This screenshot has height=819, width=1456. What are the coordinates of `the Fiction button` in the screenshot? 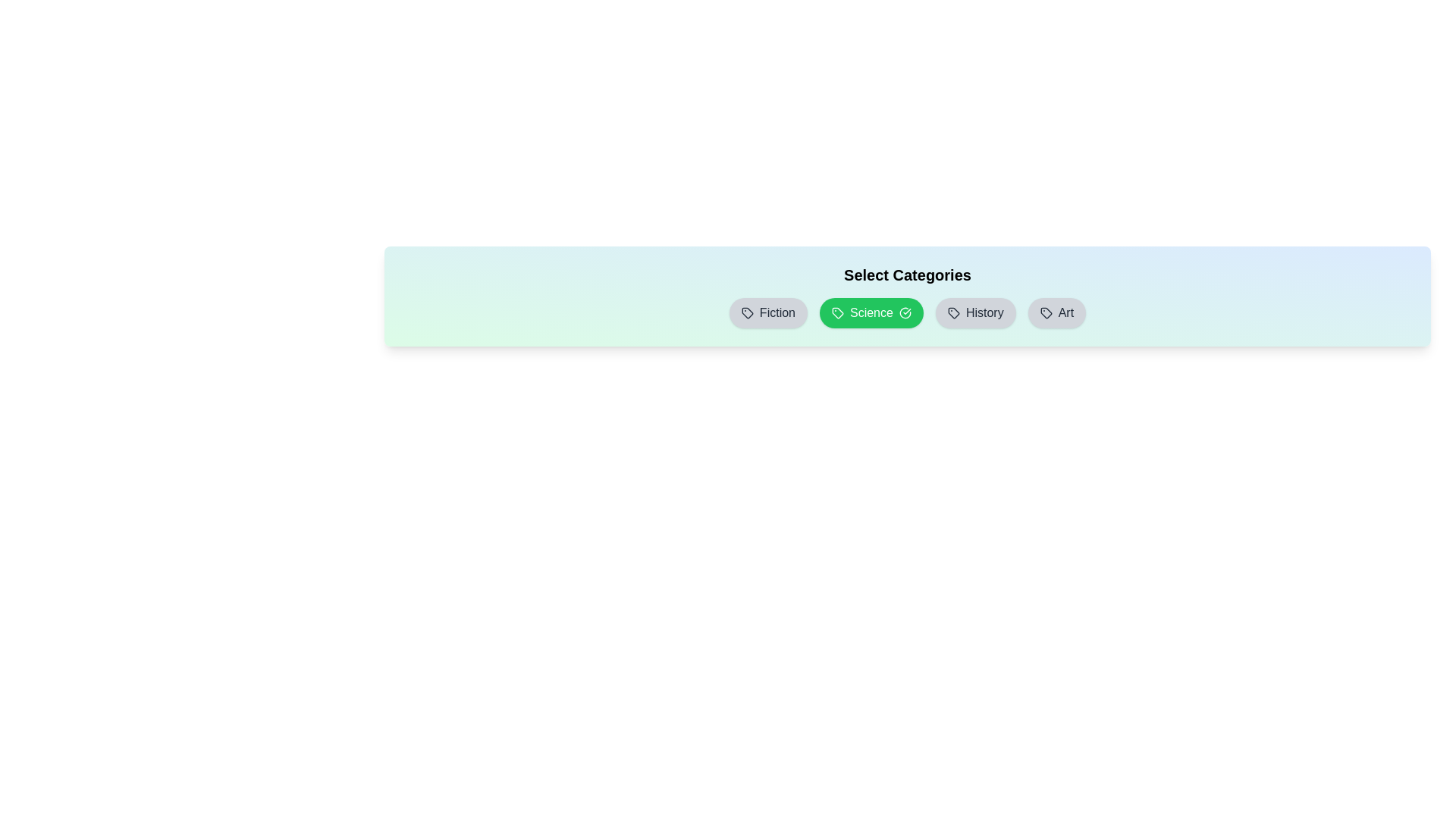 It's located at (768, 312).